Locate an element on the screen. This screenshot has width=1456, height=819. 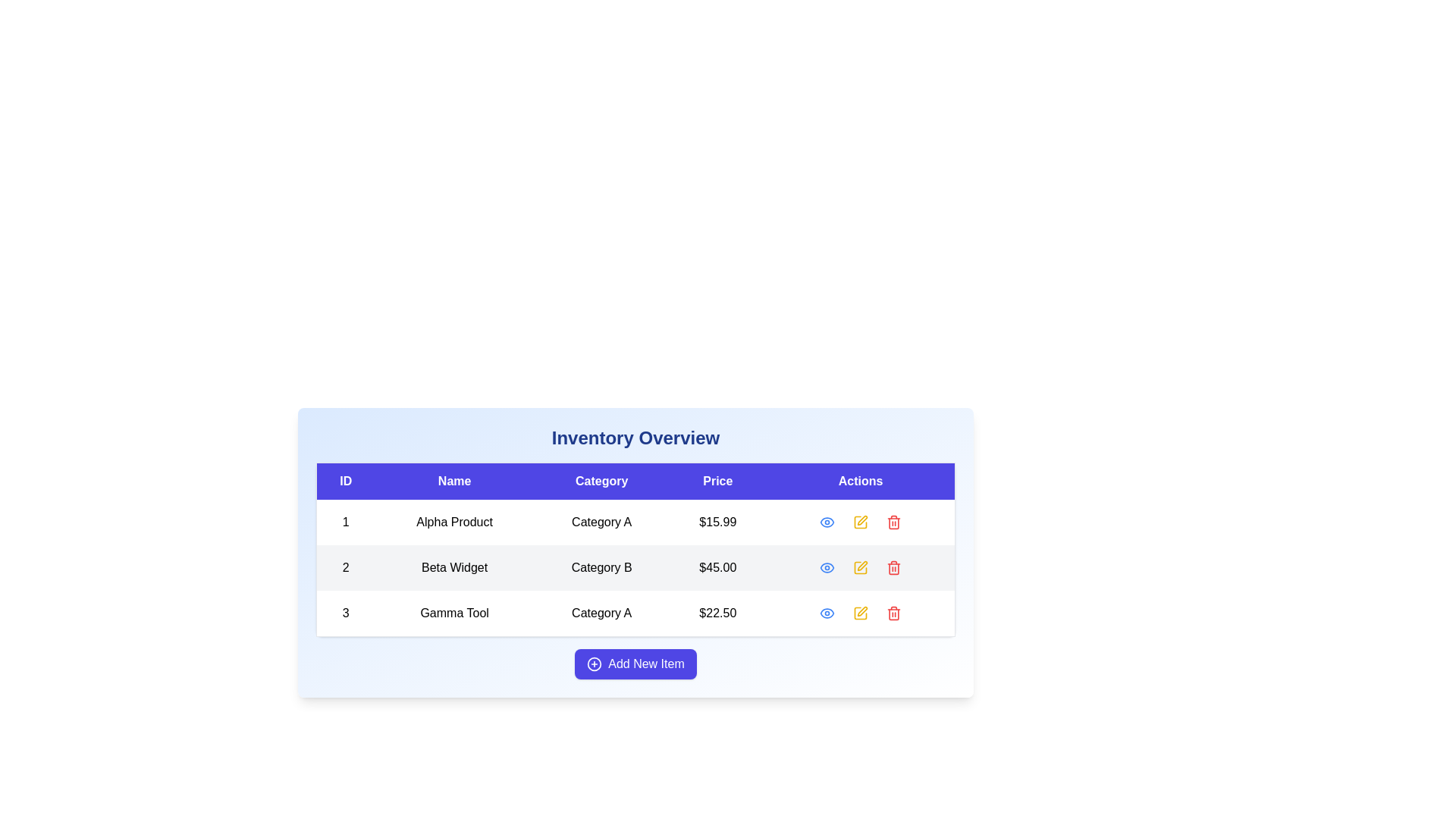
value of the 'ID' text label located in the first column of the table row, which serves as the unique identifier for the associated data is located at coordinates (345, 522).